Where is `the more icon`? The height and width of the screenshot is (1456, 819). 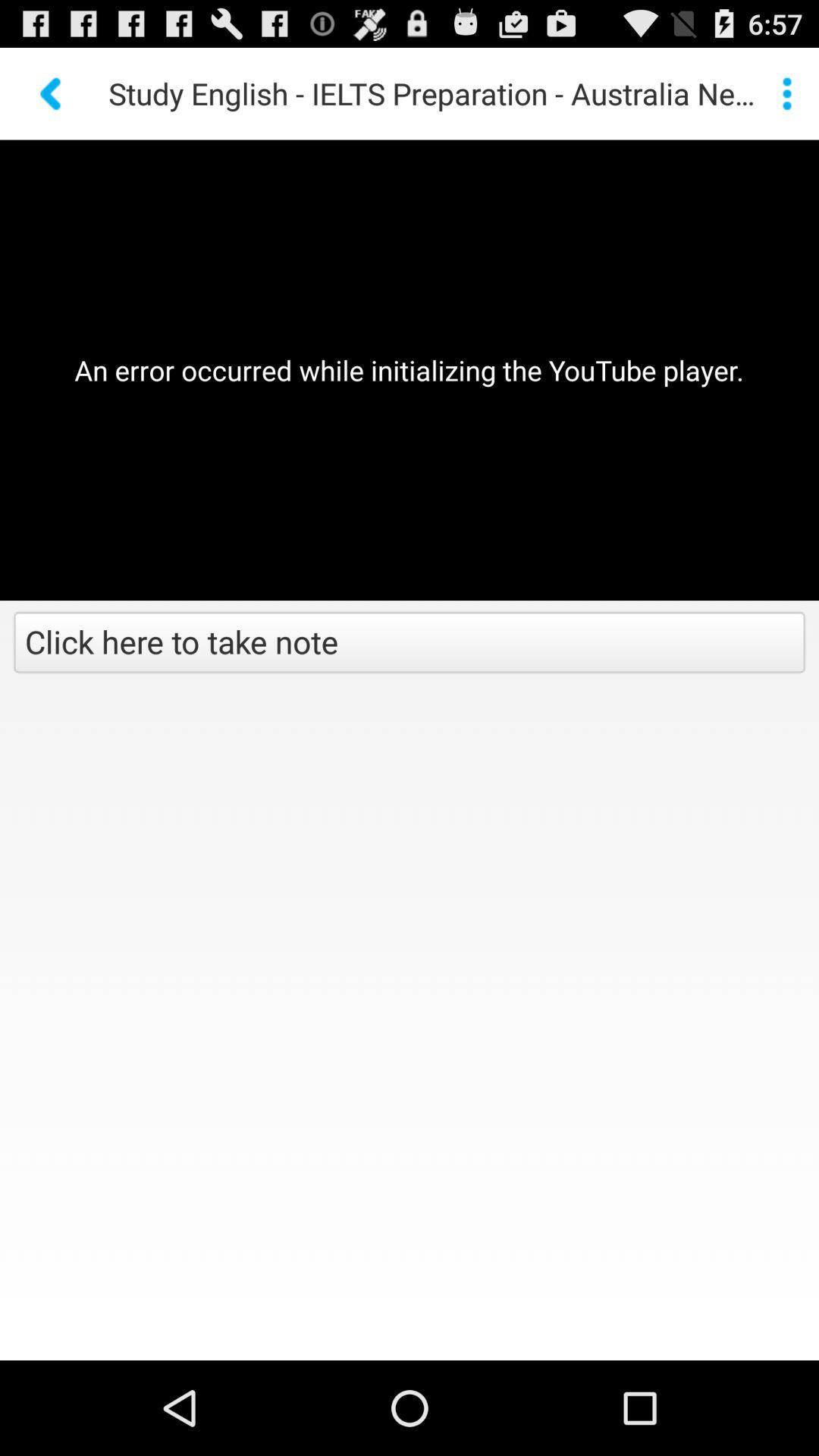
the more icon is located at coordinates (786, 99).